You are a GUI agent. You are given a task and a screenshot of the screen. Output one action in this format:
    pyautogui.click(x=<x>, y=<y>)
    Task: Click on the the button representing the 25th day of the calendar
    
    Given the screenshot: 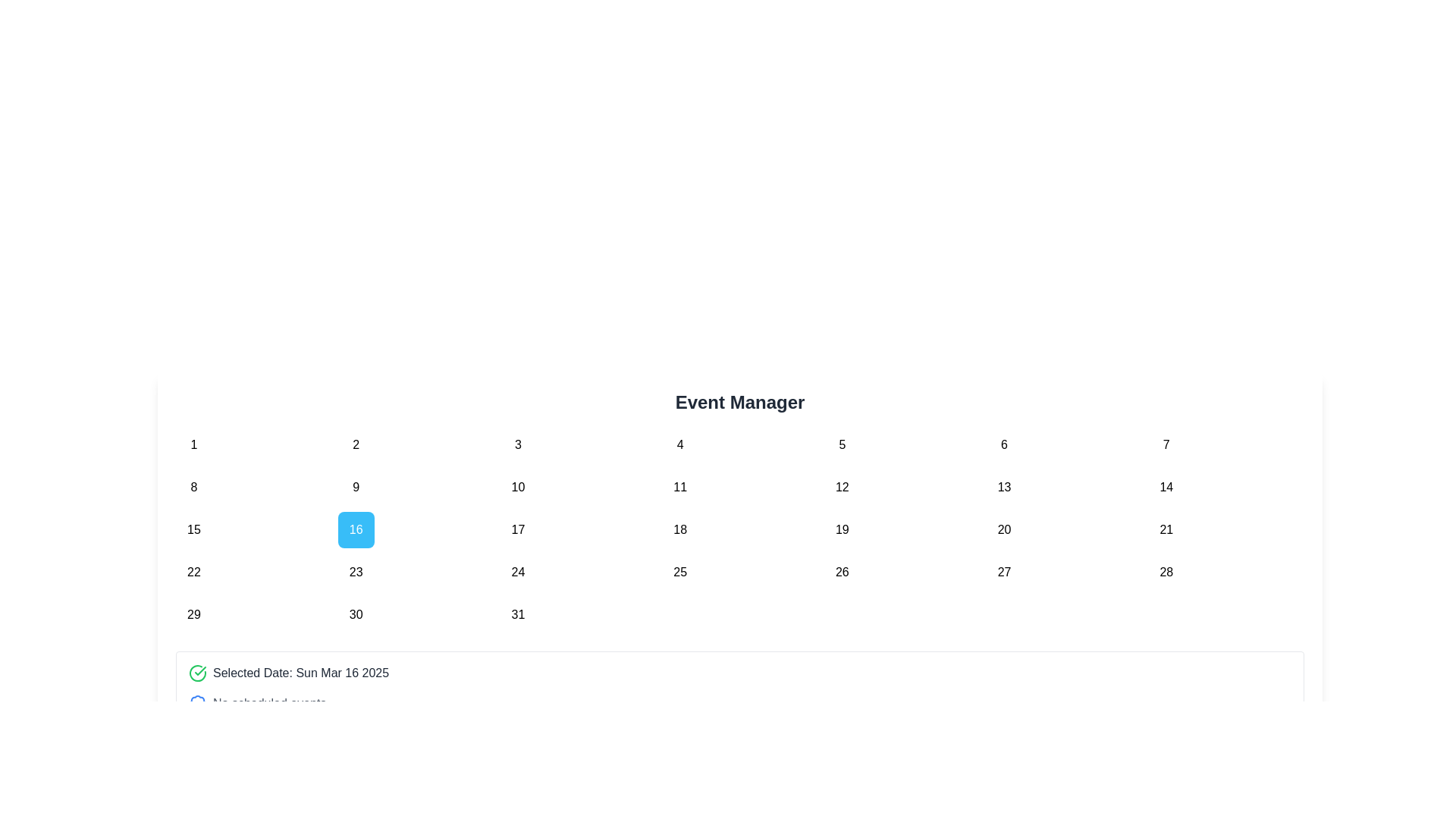 What is the action you would take?
    pyautogui.click(x=679, y=573)
    